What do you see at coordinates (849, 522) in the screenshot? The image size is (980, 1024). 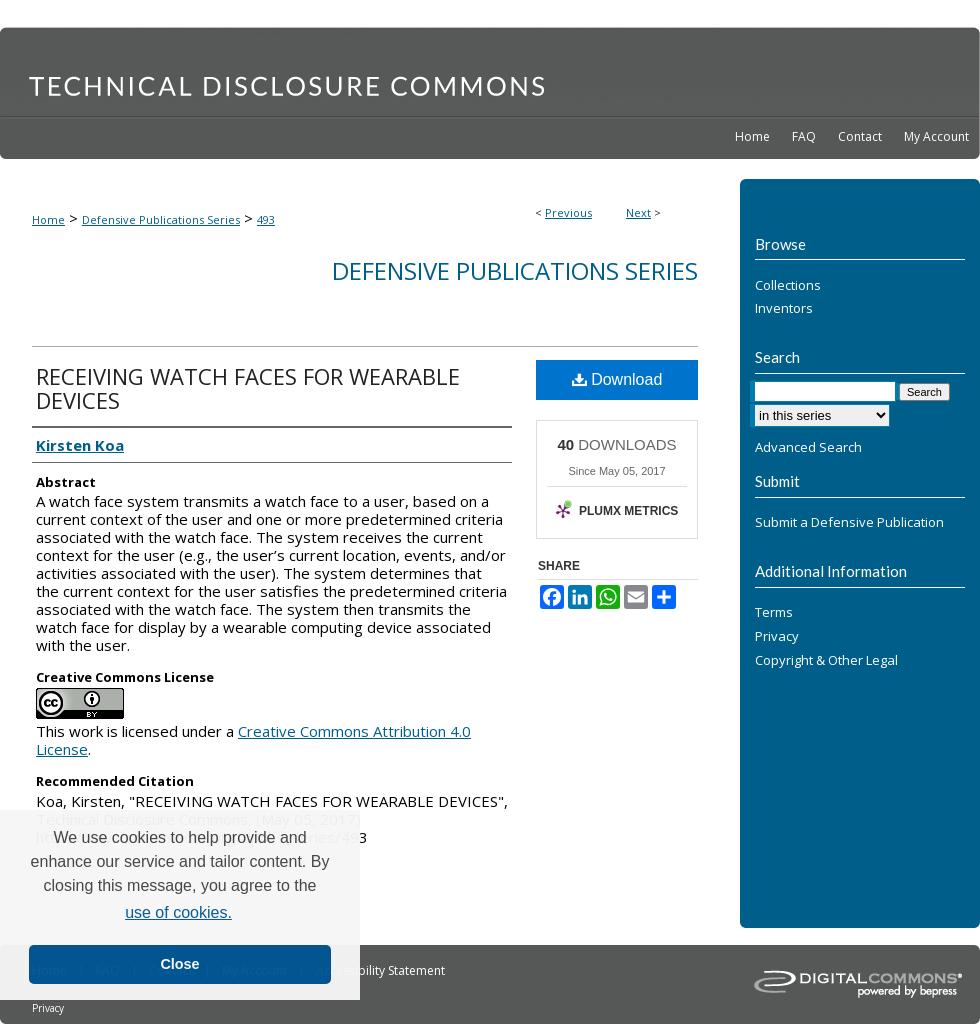 I see `'Submit a Defensive Publication'` at bounding box center [849, 522].